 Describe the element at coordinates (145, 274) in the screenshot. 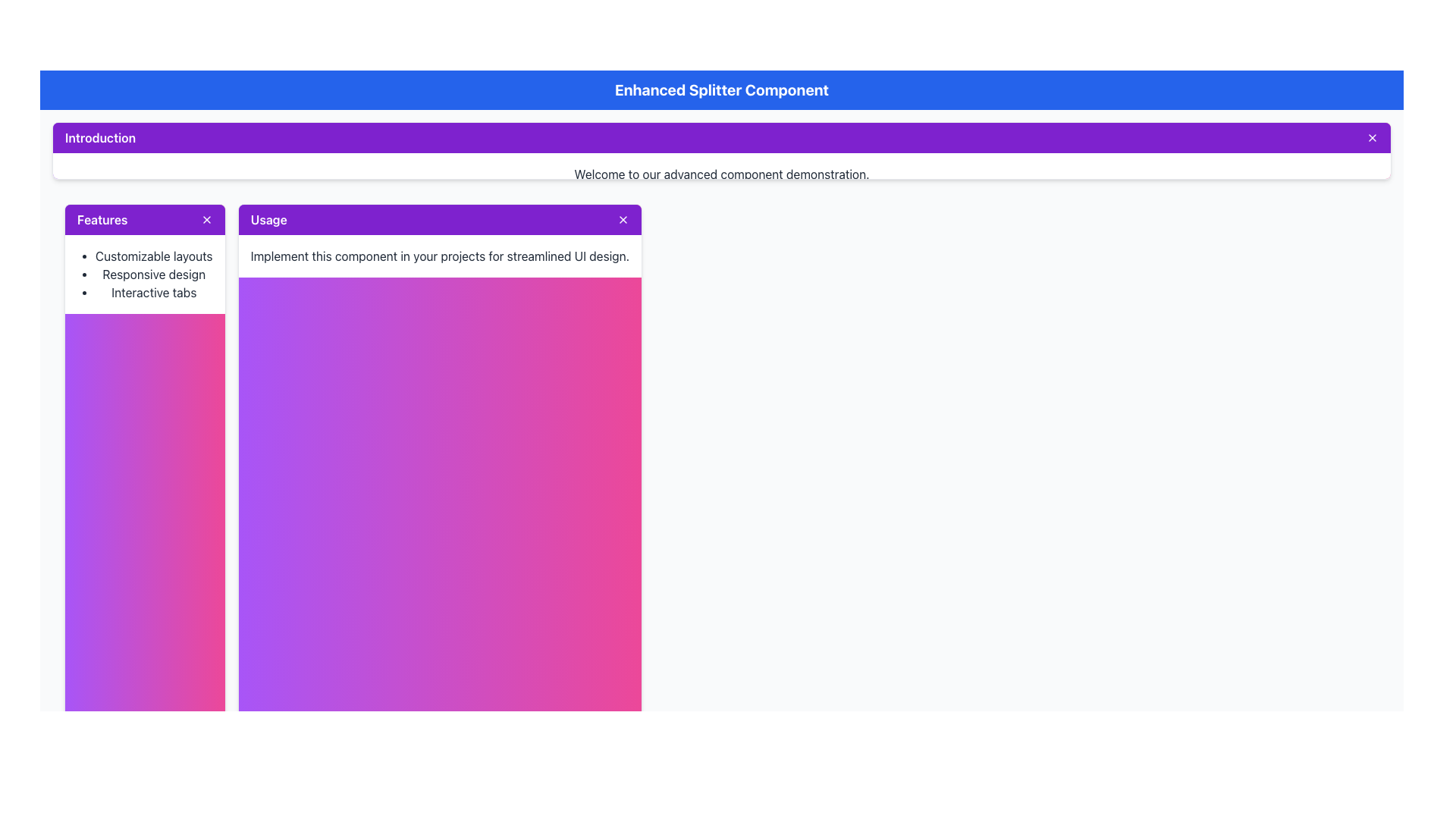

I see `the bulleted list under the 'Features' header, which includes 'Customizable layouts', 'Responsive design', and 'Interactive tabs'` at that location.